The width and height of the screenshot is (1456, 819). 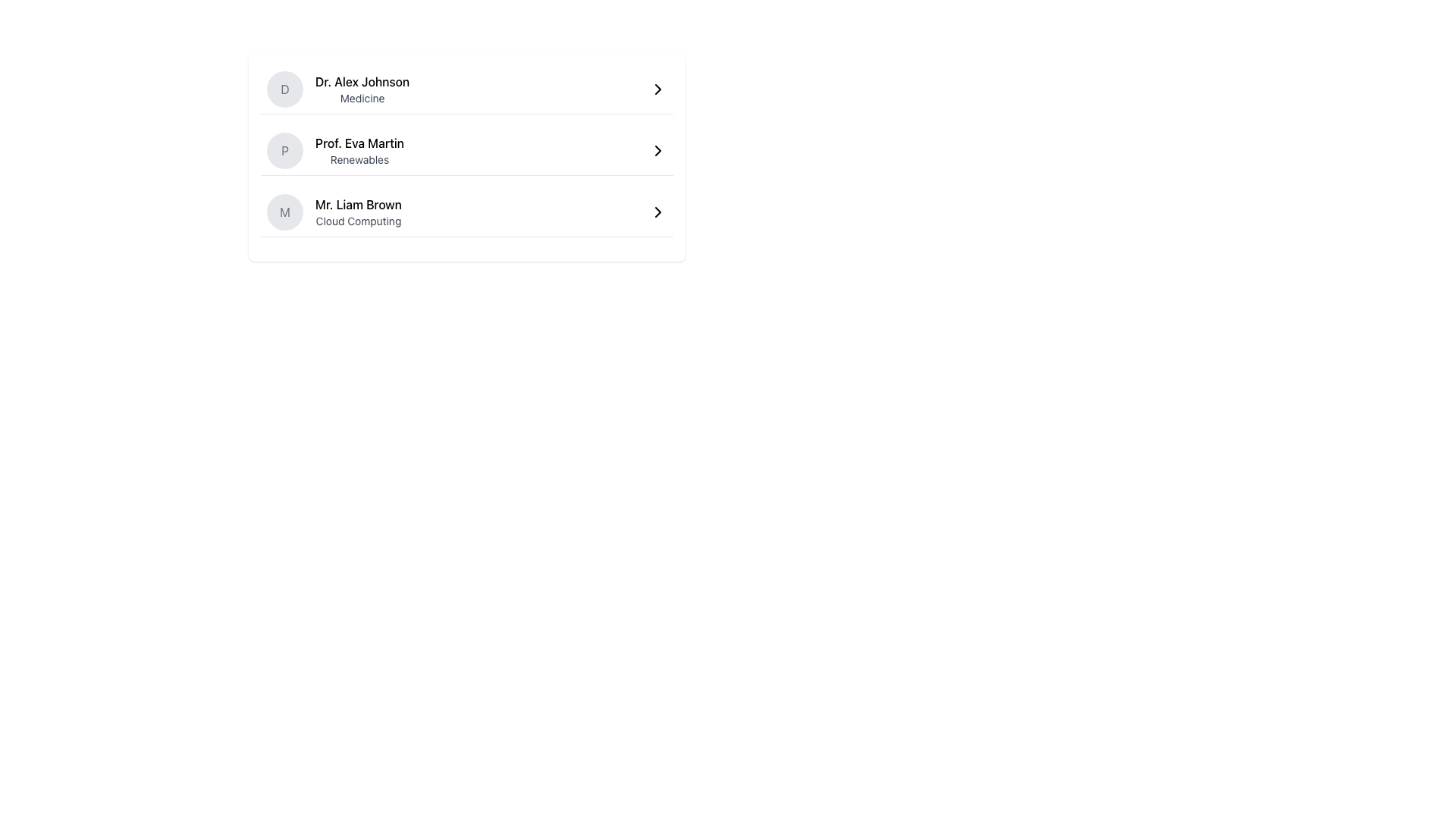 What do you see at coordinates (357, 221) in the screenshot?
I see `Text Label located below the primary name label 'Mr. Liam Brown' in the third entry of a vertically aligned list to gather information about the person's expertise or profession` at bounding box center [357, 221].